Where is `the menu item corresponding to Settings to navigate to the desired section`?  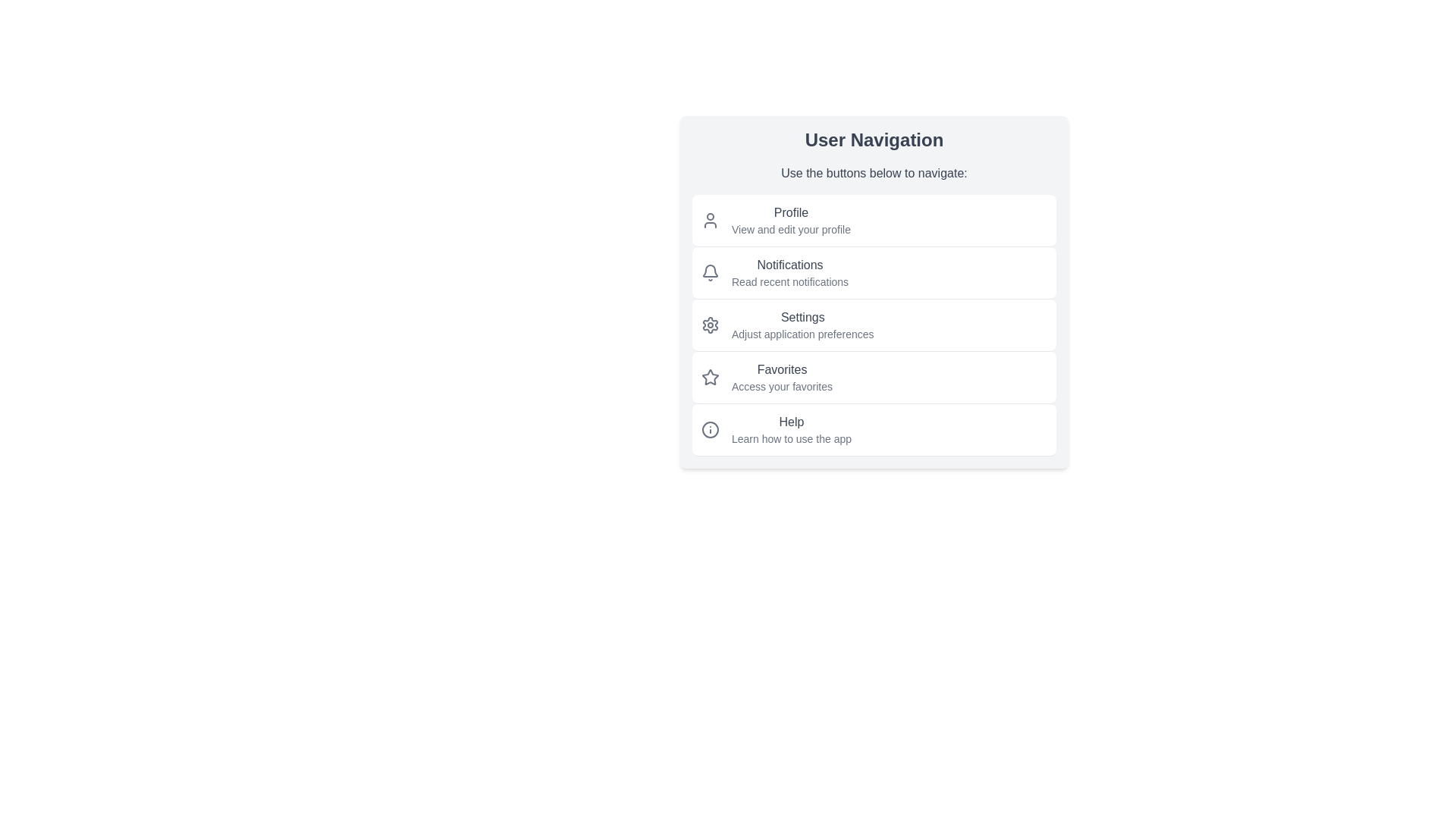 the menu item corresponding to Settings to navigate to the desired section is located at coordinates (874, 324).